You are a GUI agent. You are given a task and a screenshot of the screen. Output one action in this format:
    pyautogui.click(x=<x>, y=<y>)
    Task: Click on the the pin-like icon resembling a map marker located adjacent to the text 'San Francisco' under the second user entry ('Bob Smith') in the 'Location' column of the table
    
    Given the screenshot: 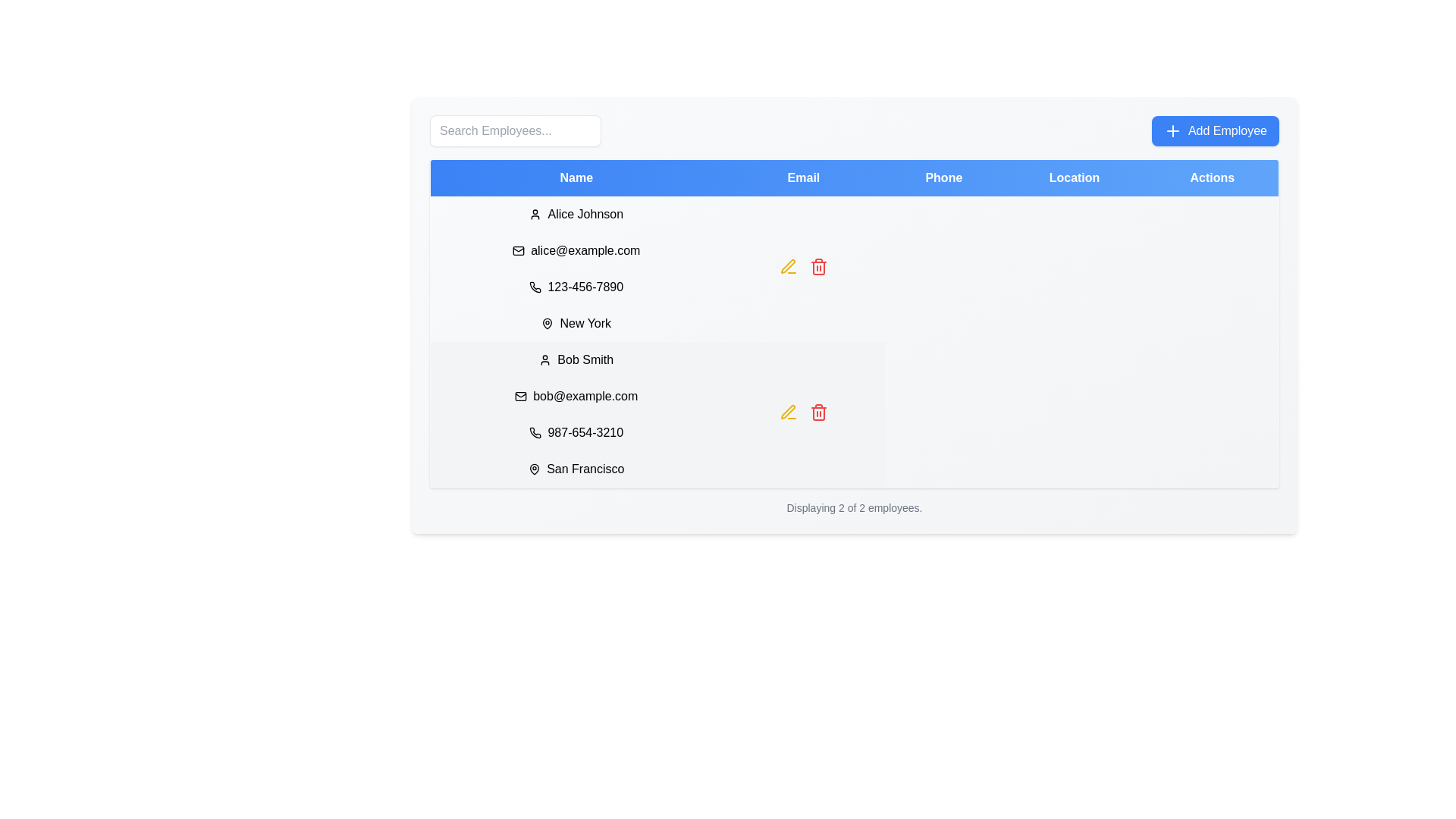 What is the action you would take?
    pyautogui.click(x=535, y=468)
    